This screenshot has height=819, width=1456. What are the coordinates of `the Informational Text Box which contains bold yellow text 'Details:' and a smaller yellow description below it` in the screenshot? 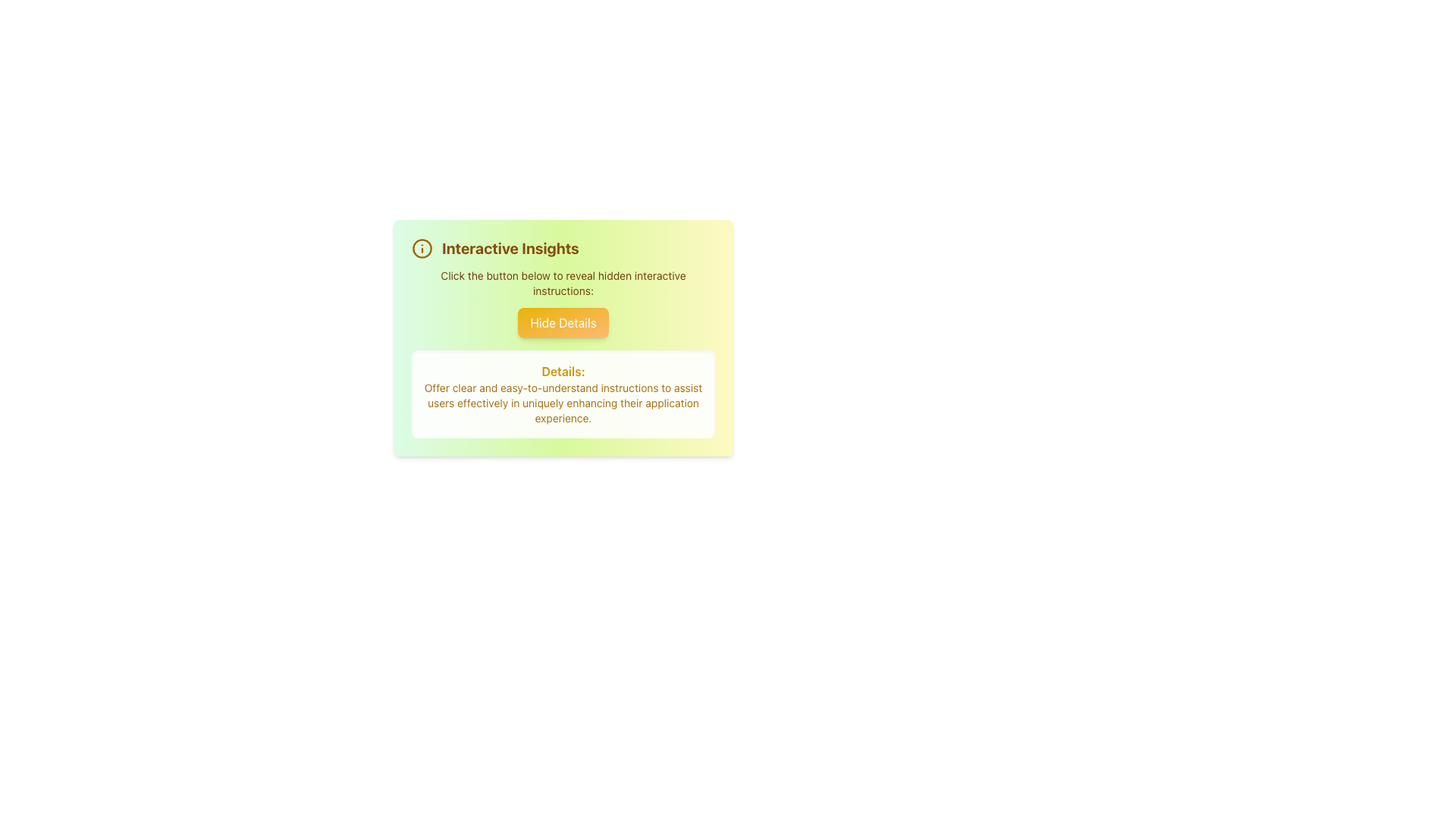 It's located at (563, 394).